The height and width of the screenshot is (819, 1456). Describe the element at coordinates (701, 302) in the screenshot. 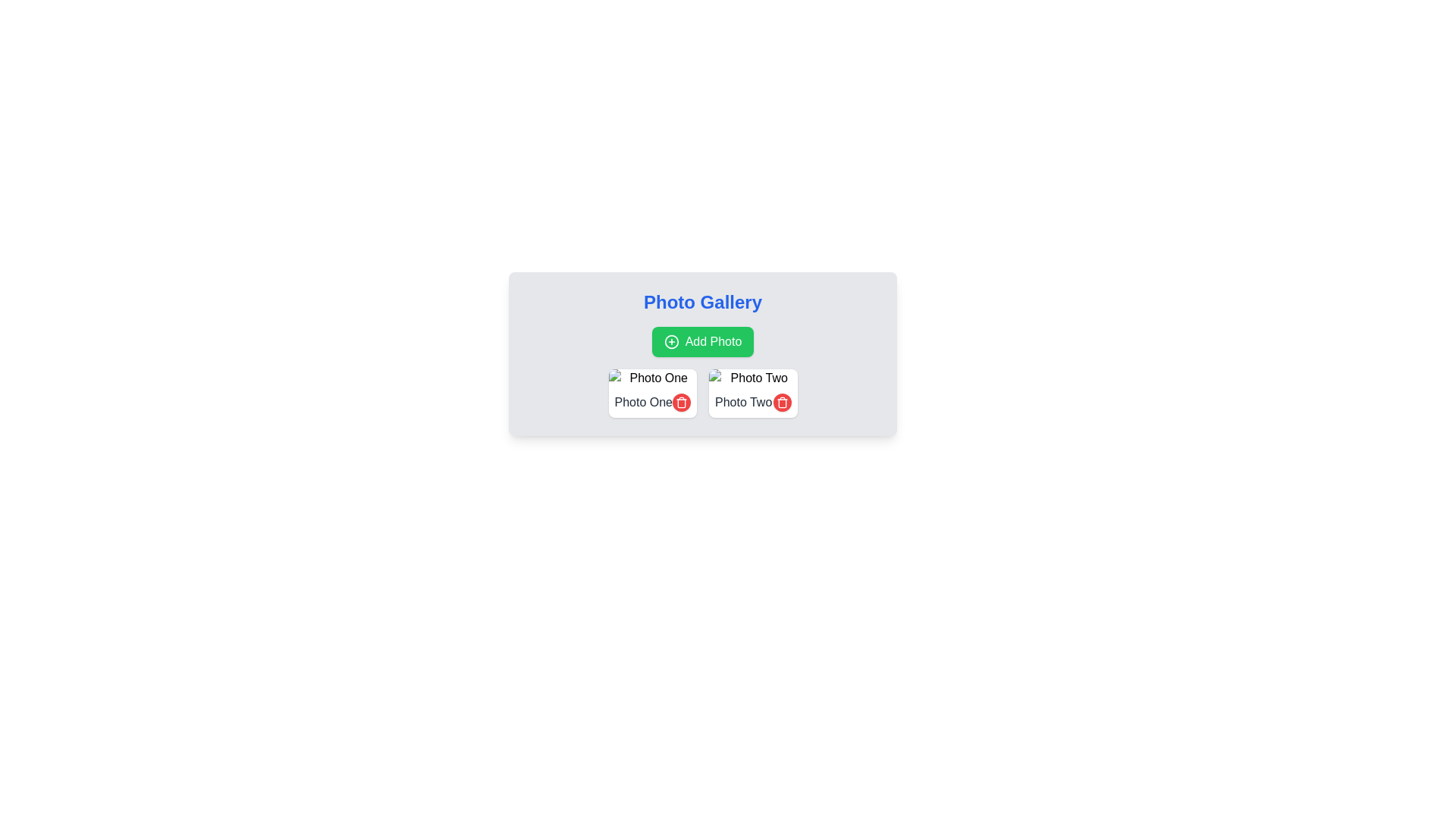

I see `the Text Heading element, which serves as a title or headline for the section, positioned above the 'Add Photo' button` at that location.